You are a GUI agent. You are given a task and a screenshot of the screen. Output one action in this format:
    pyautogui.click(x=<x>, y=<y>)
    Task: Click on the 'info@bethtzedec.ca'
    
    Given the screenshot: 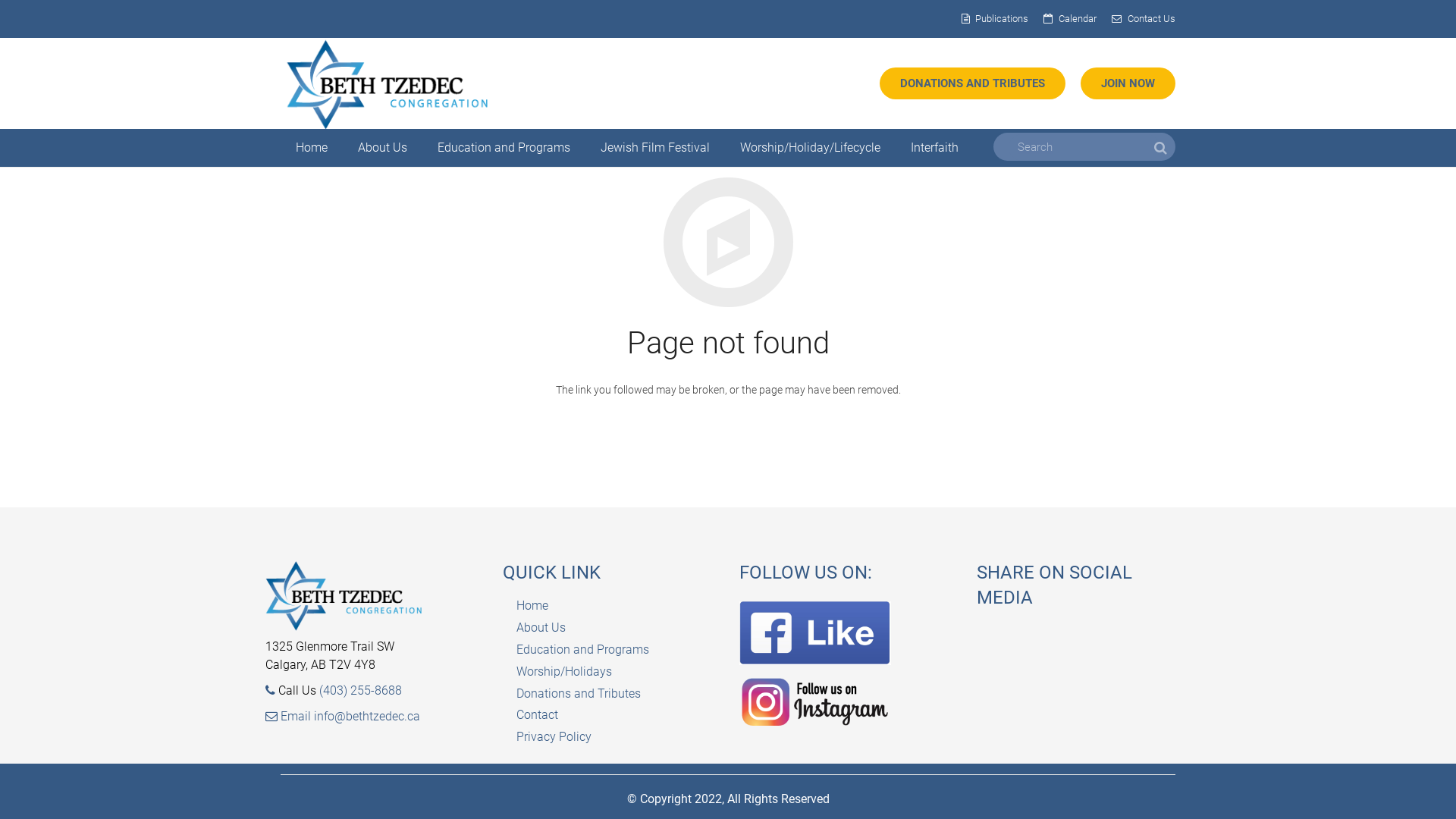 What is the action you would take?
    pyautogui.click(x=367, y=716)
    